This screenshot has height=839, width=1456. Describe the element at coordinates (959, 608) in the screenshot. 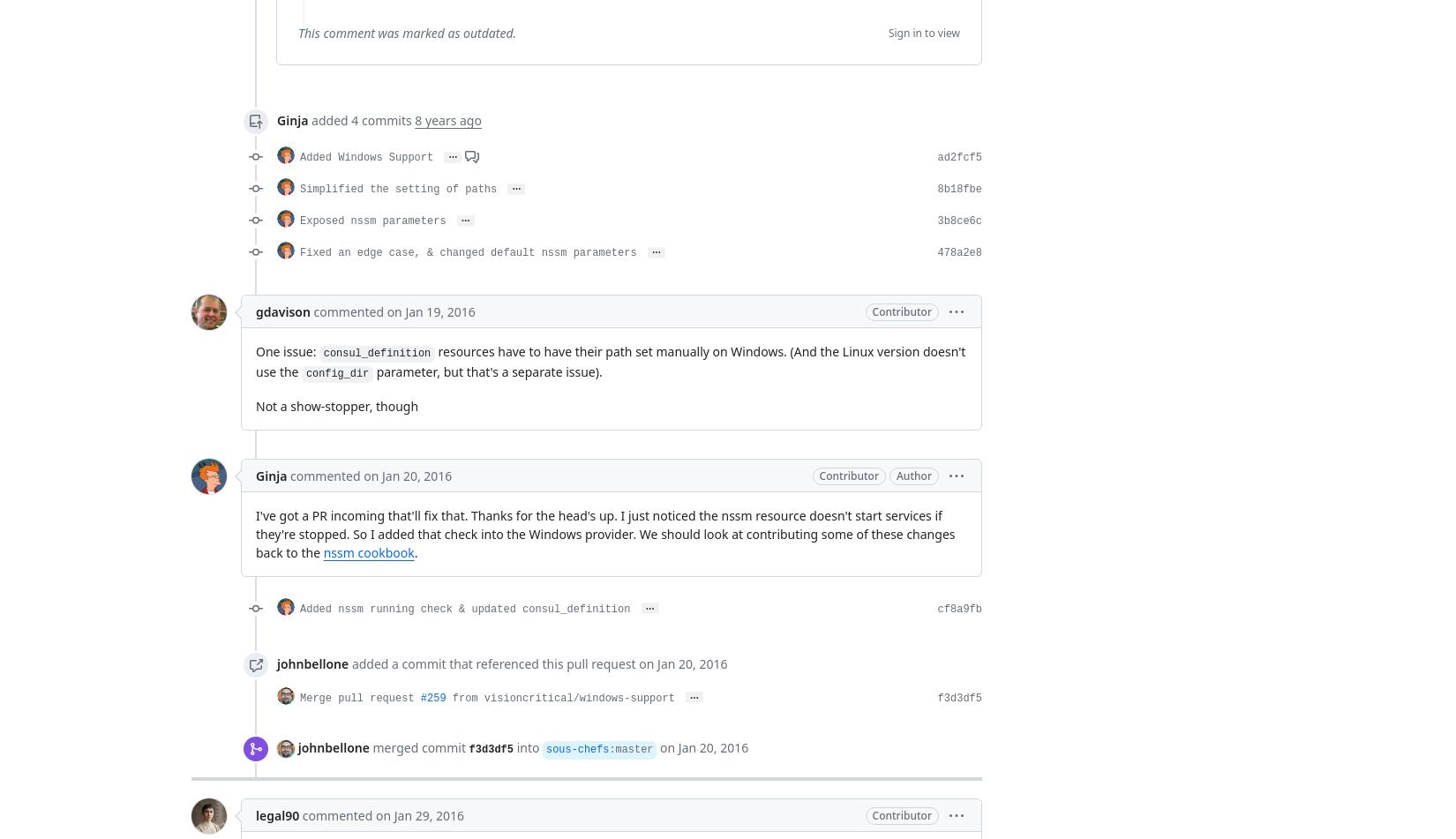

I see `'cf8a9fb'` at that location.